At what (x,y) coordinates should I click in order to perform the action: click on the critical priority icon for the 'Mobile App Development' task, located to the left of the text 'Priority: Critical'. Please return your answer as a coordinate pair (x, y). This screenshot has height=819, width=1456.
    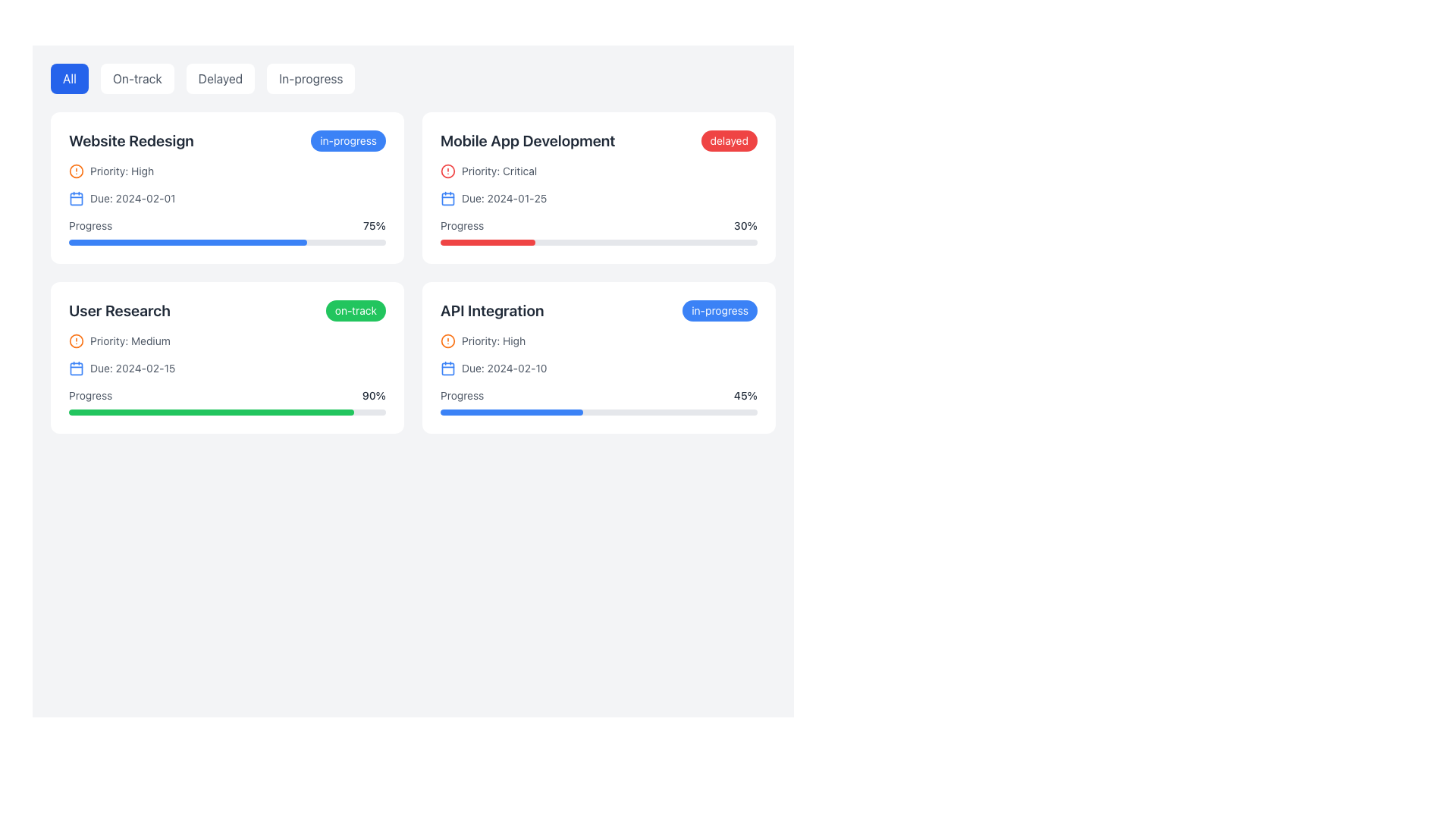
    Looking at the image, I should click on (447, 171).